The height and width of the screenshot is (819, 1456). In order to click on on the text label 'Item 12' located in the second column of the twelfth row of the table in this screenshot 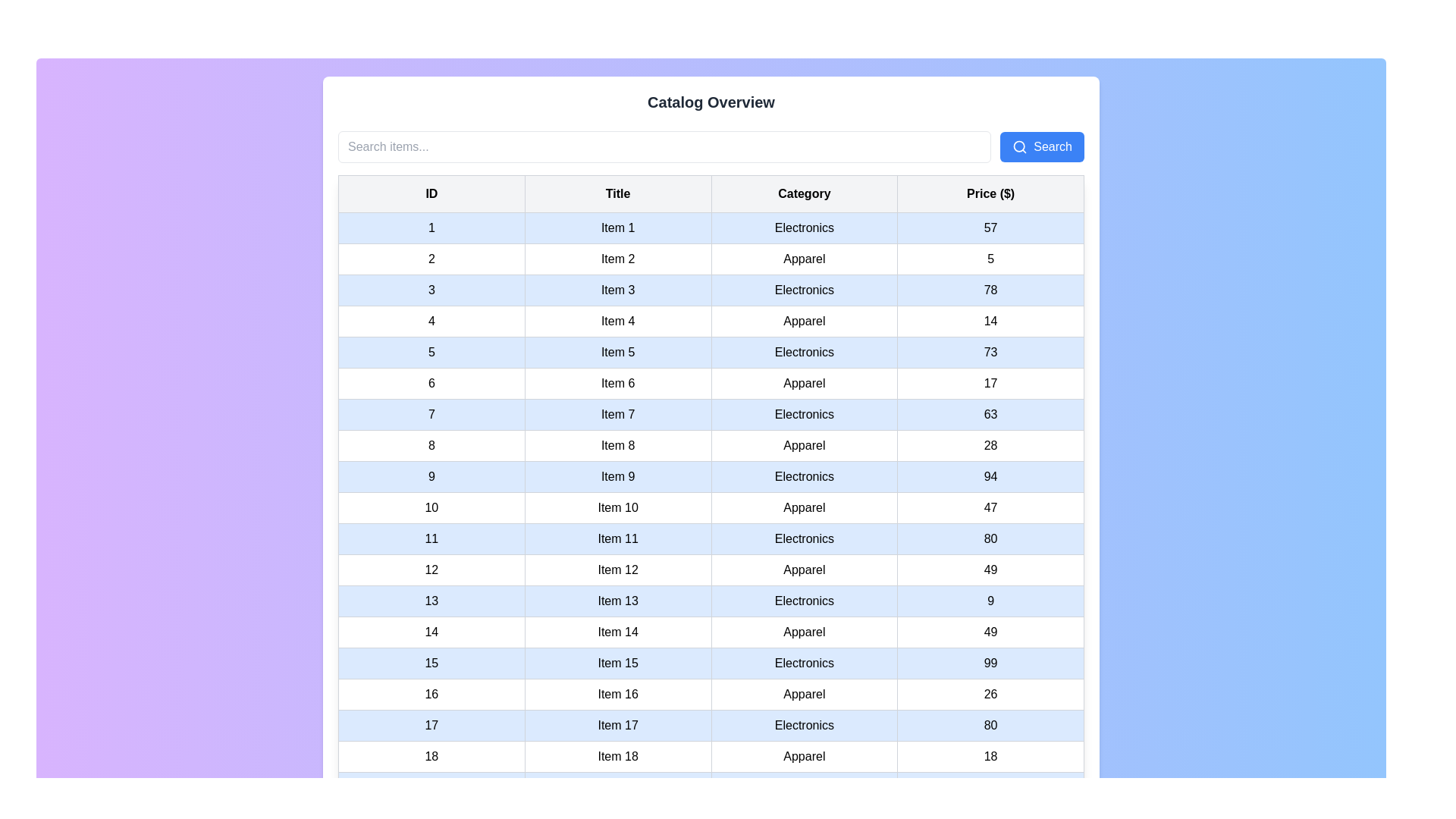, I will do `click(618, 570)`.